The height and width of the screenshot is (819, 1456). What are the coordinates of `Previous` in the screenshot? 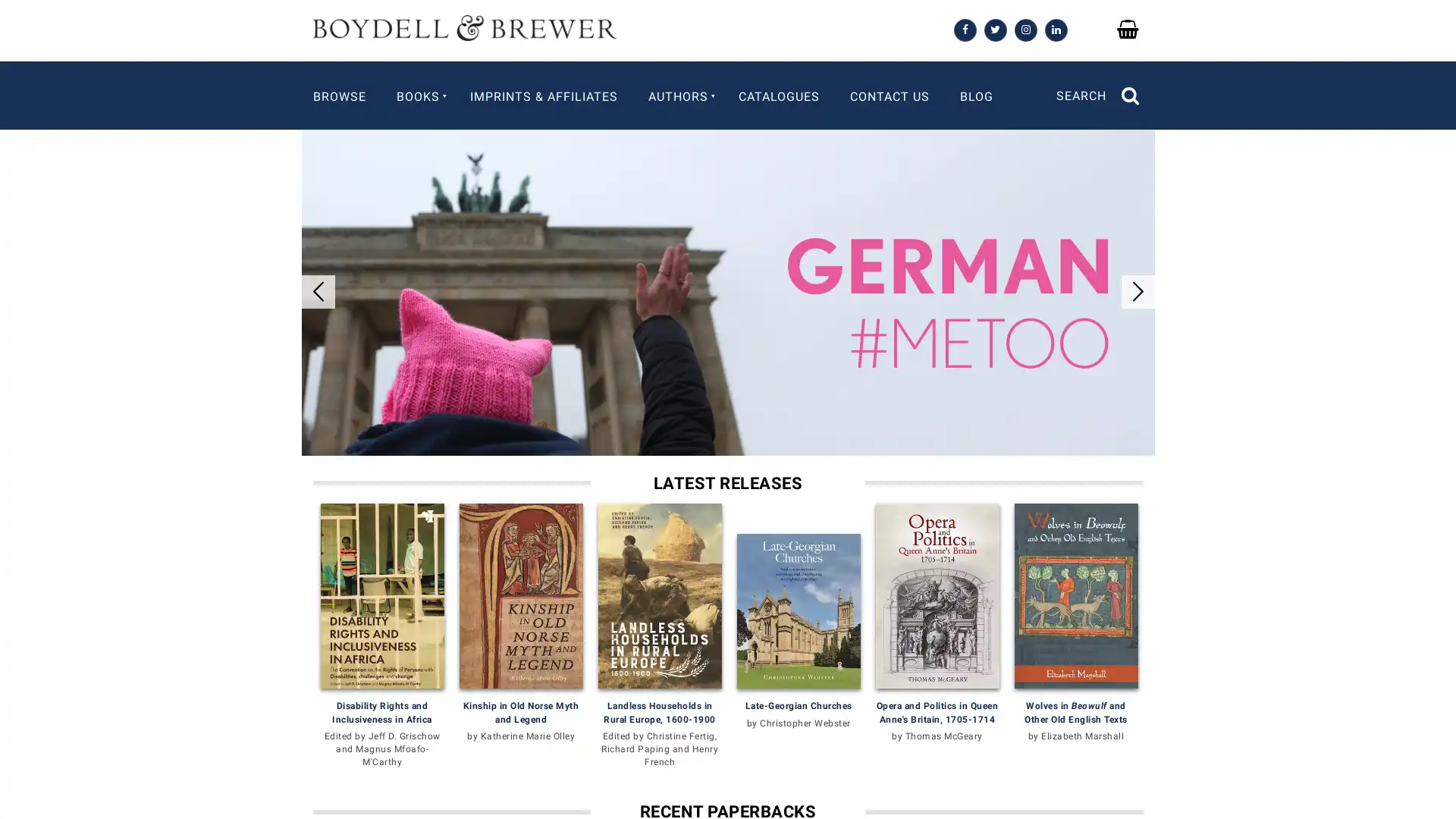 It's located at (316, 268).